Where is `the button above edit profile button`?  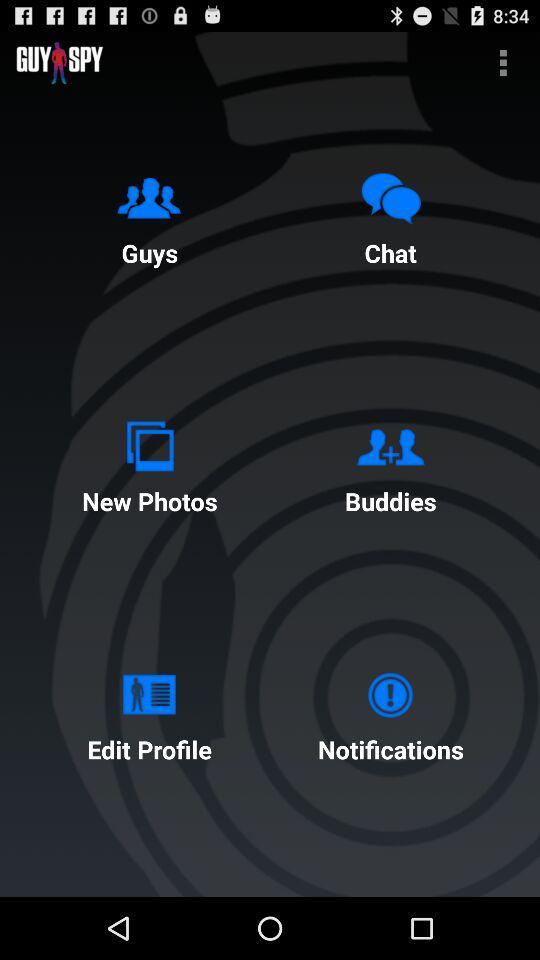
the button above edit profile button is located at coordinates (148, 463).